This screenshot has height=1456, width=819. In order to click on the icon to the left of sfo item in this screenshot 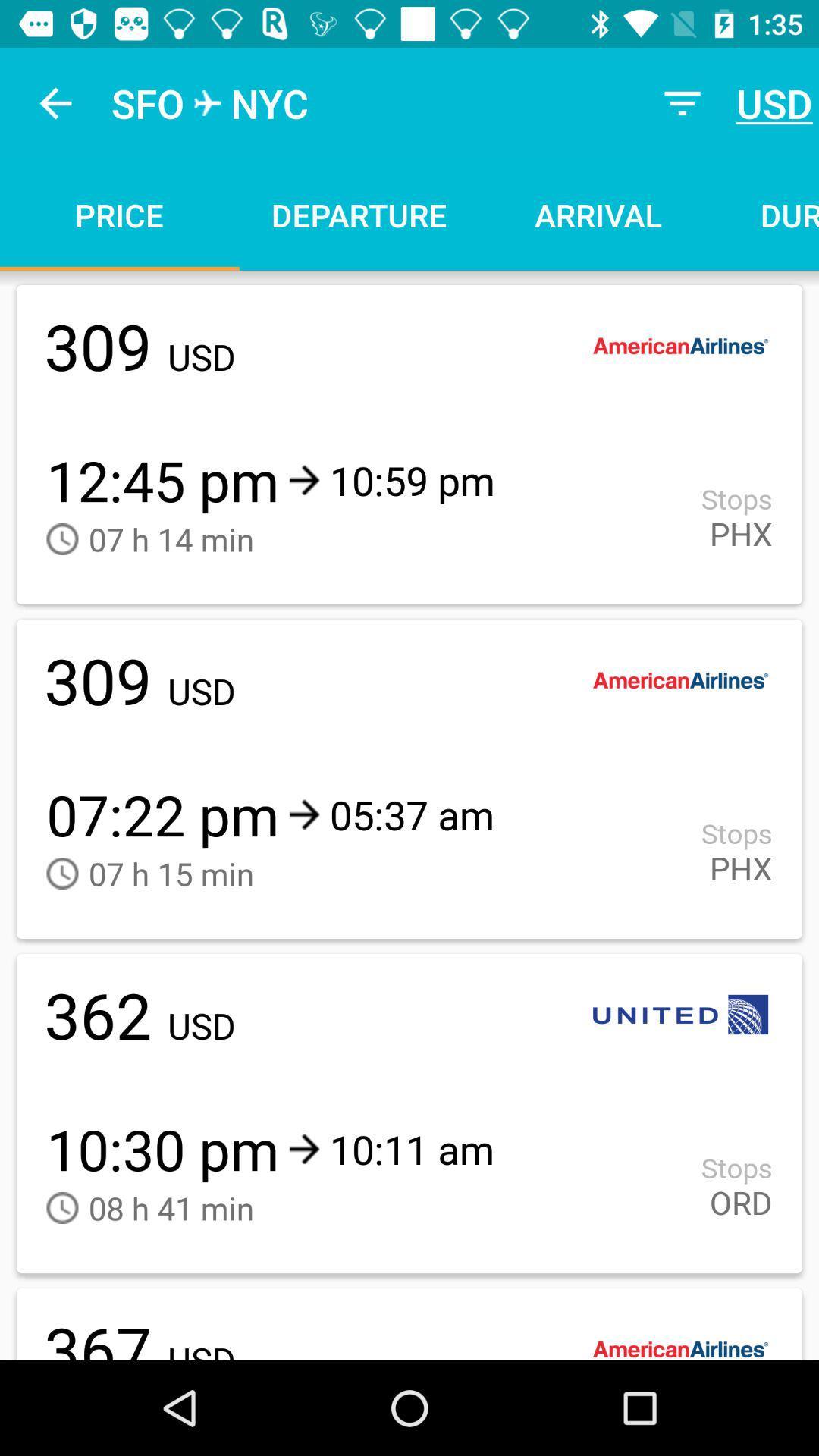, I will do `click(55, 102)`.